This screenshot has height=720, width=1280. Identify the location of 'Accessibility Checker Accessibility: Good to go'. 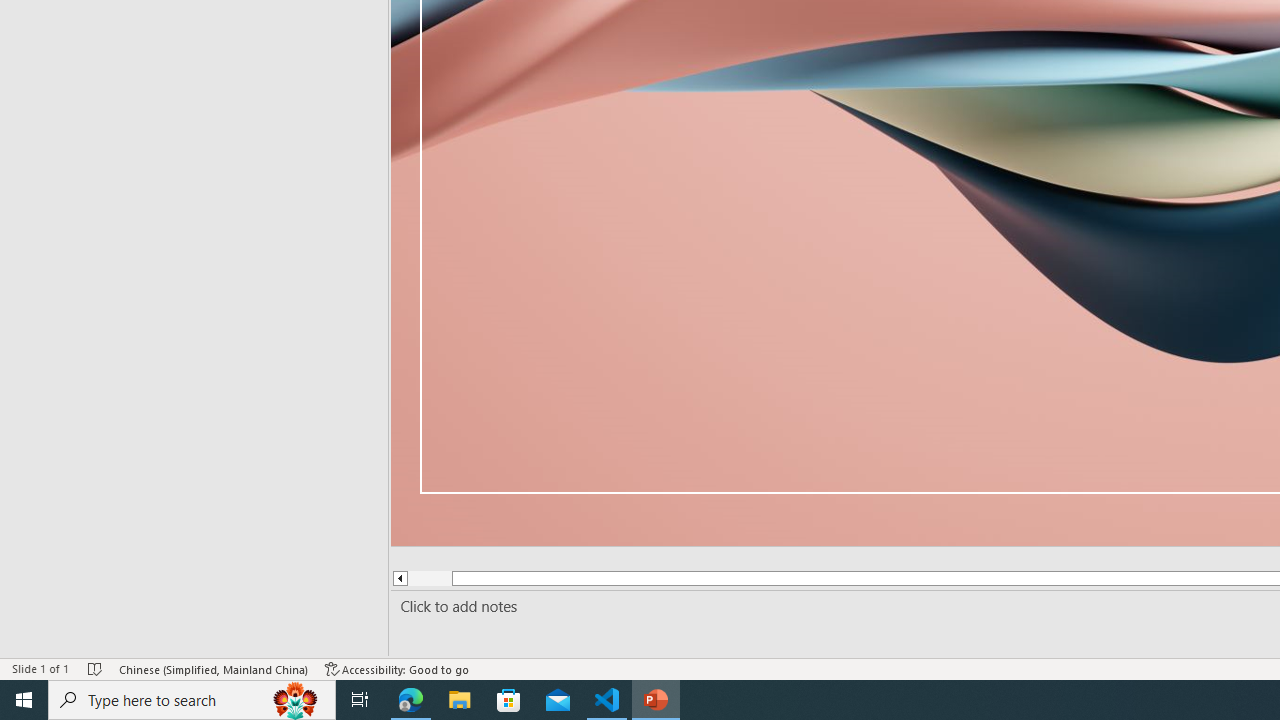
(397, 669).